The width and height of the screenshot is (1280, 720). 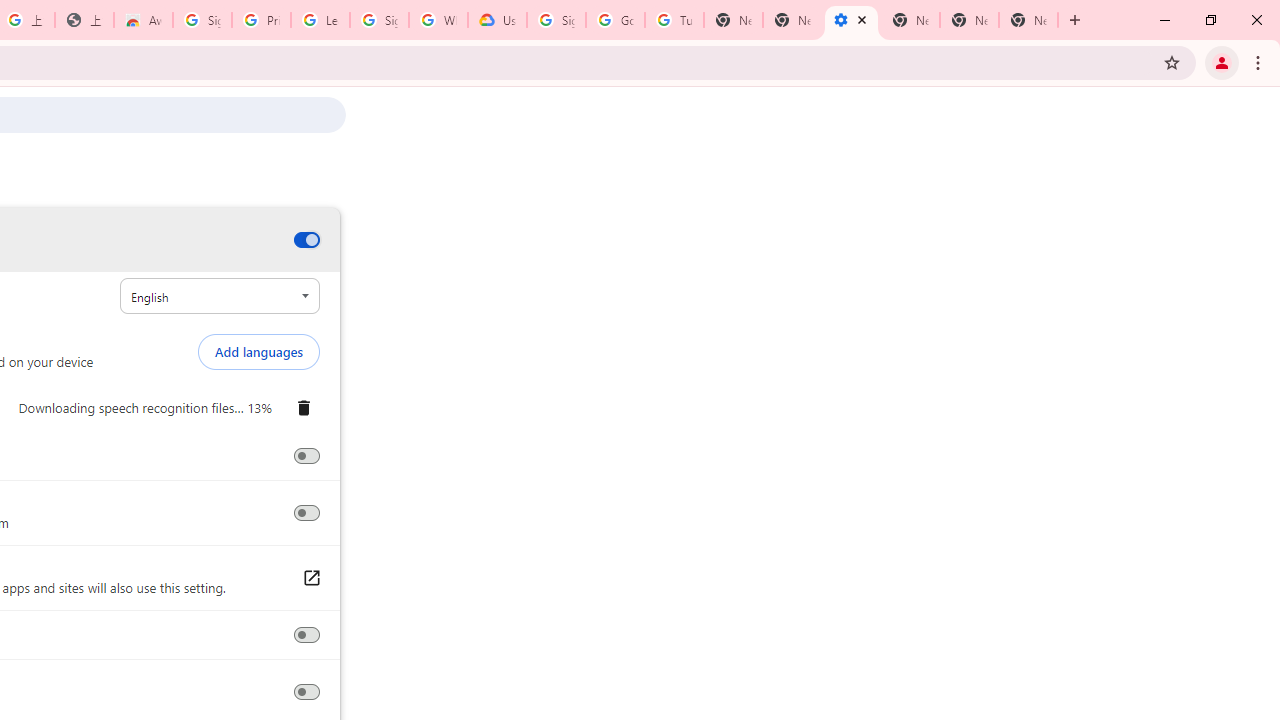 I want to click on 'Settings - Accessibility', so click(x=851, y=20).